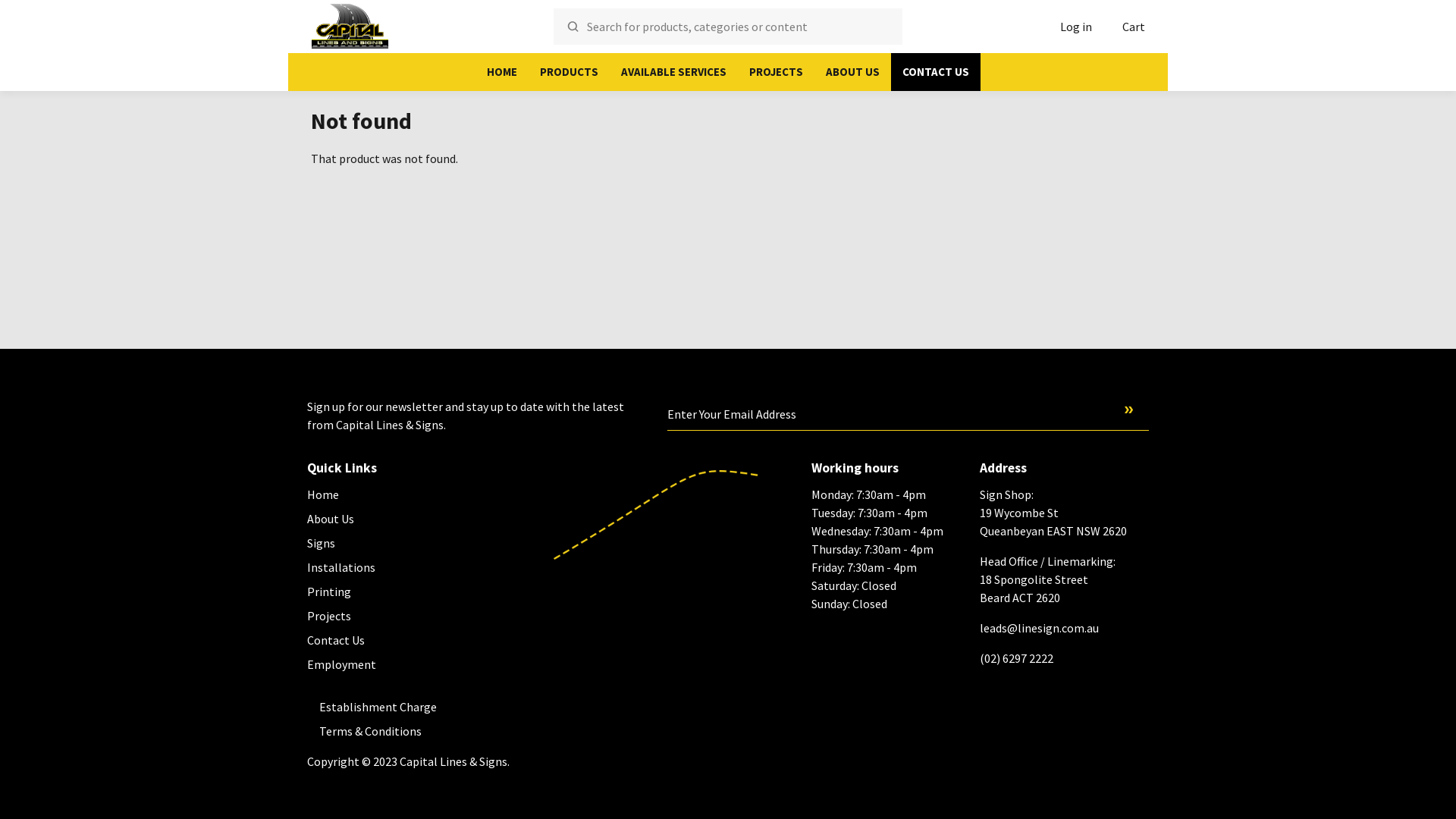 The height and width of the screenshot is (819, 1456). Describe the element at coordinates (502, 72) in the screenshot. I see `'HOME'` at that location.